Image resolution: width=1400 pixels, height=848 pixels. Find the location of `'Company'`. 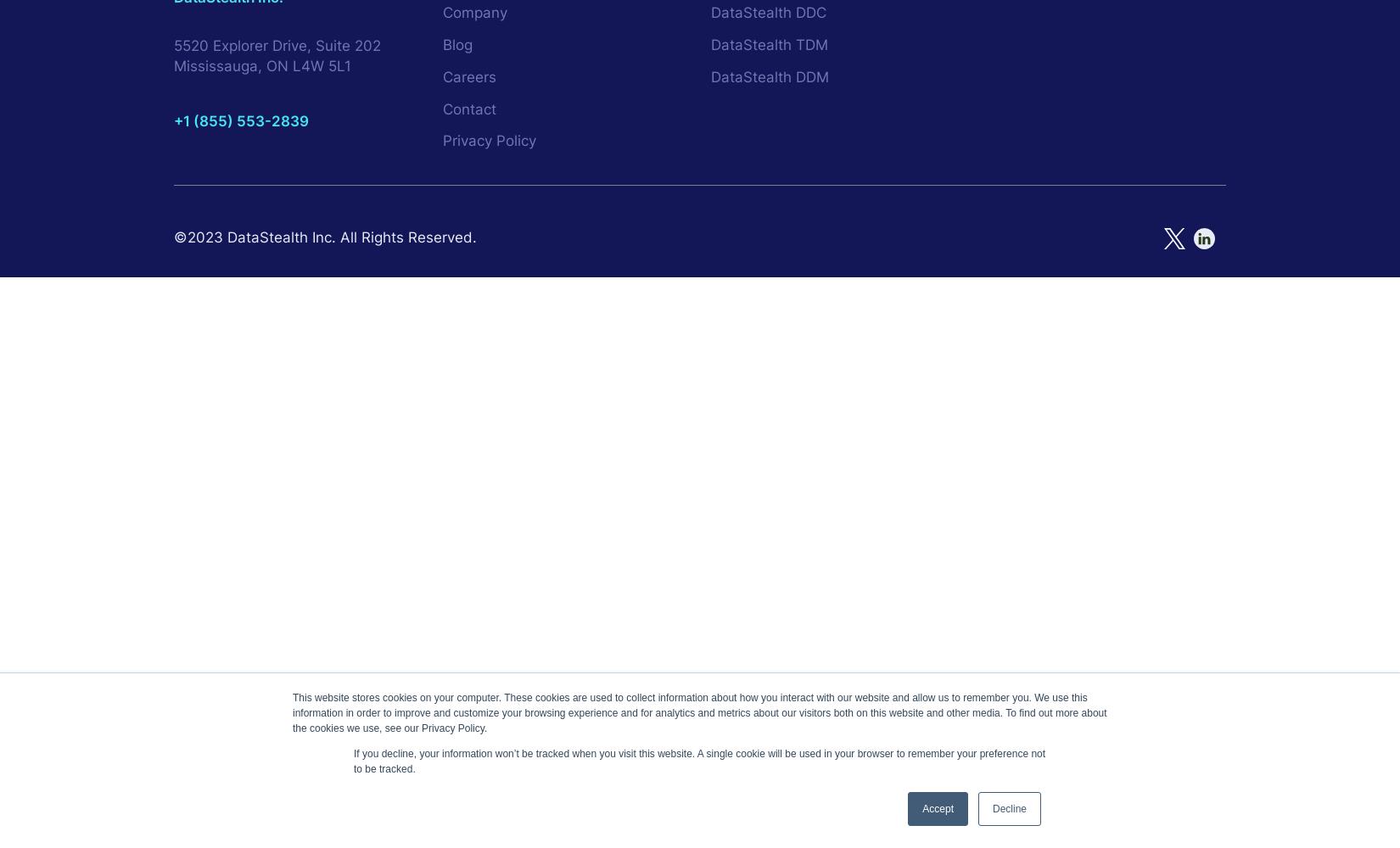

'Company' is located at coordinates (473, 13).